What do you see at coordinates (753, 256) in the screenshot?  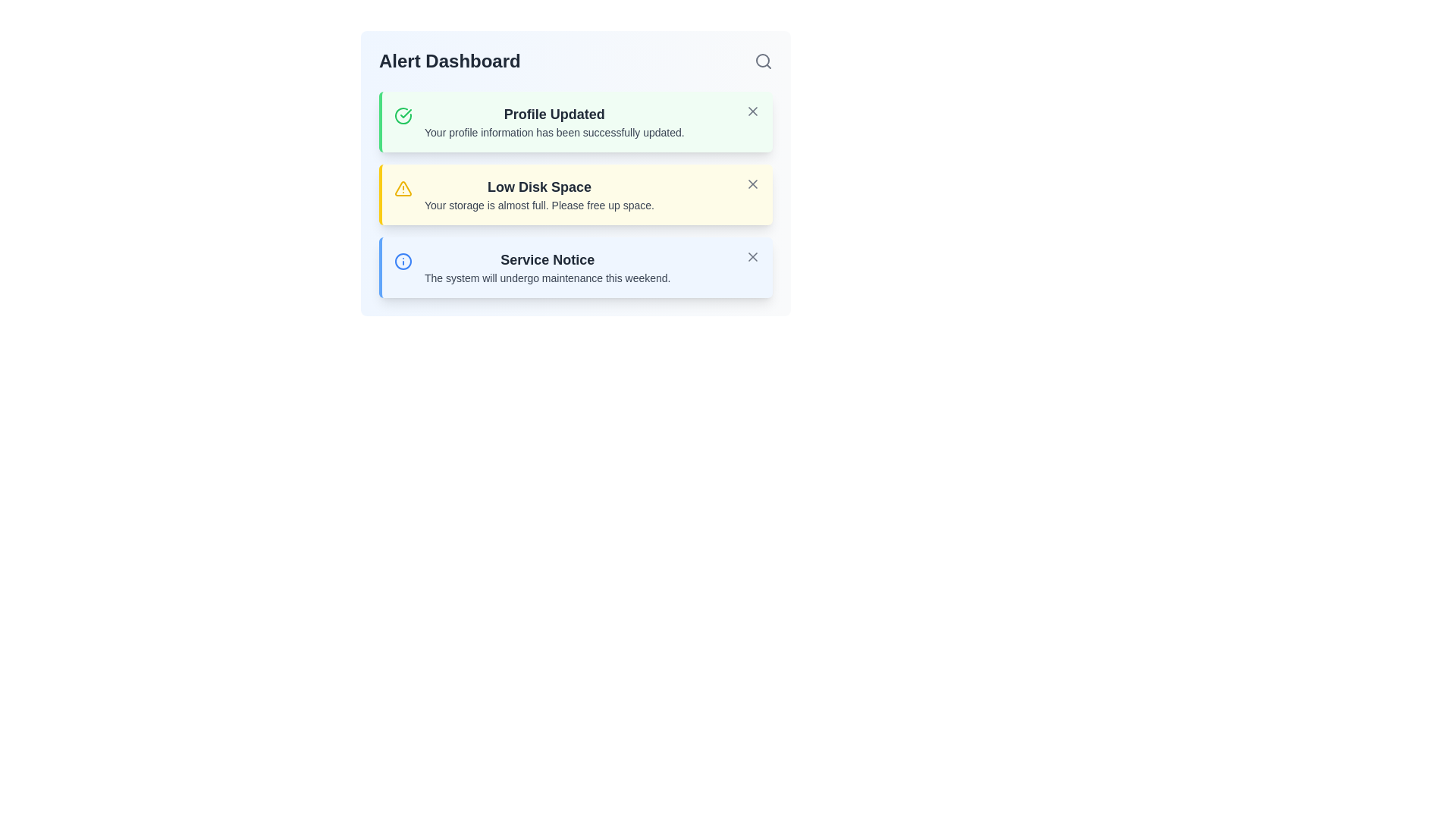 I see `the close button located at the top-right corner of the 'Service Notice' notification card` at bounding box center [753, 256].